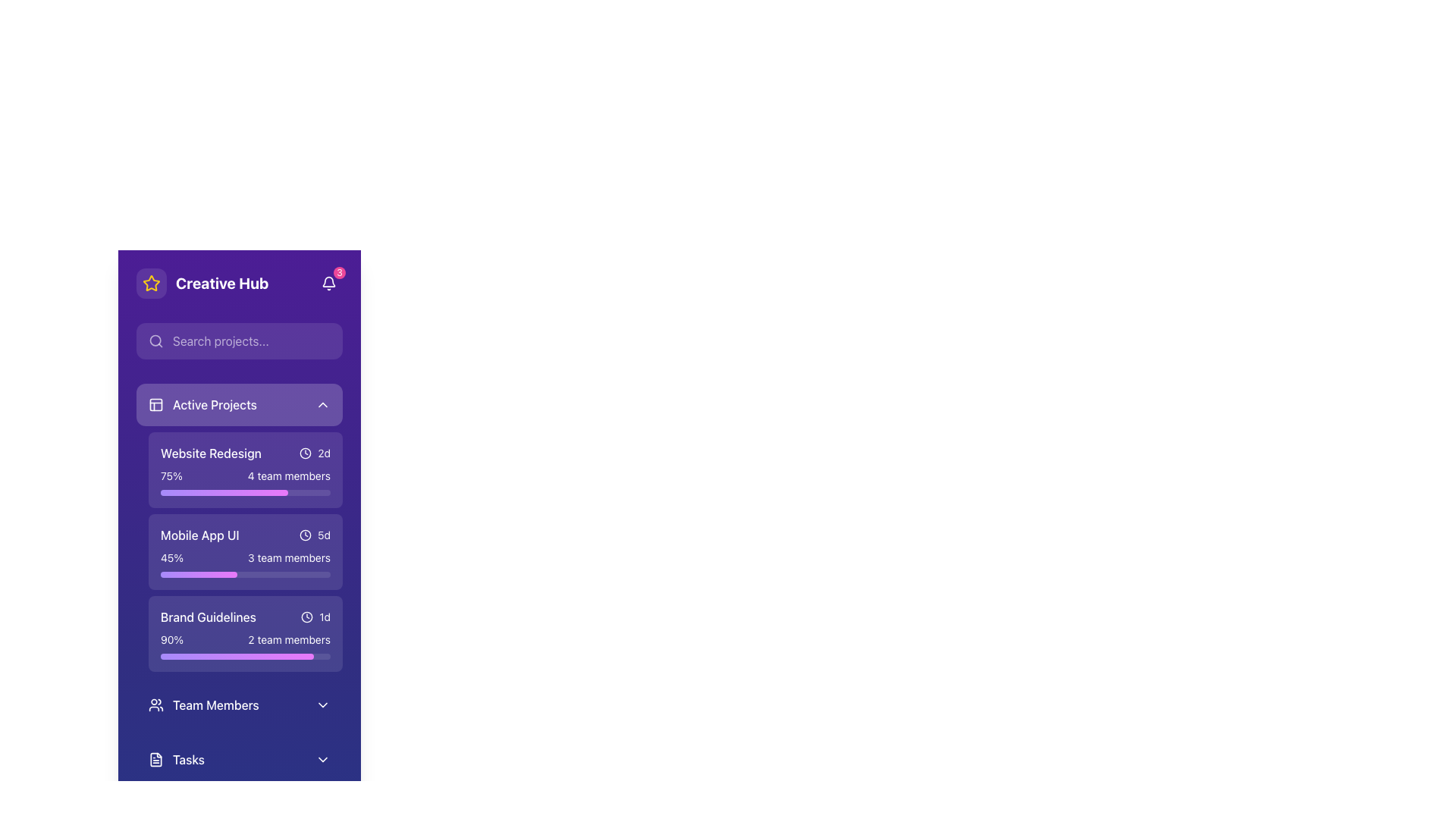  Describe the element at coordinates (156, 760) in the screenshot. I see `the document icon with horizontal lines and a folded top corner, located to the left of the 'Tasks' label in the bottom part of the sidebar` at that location.